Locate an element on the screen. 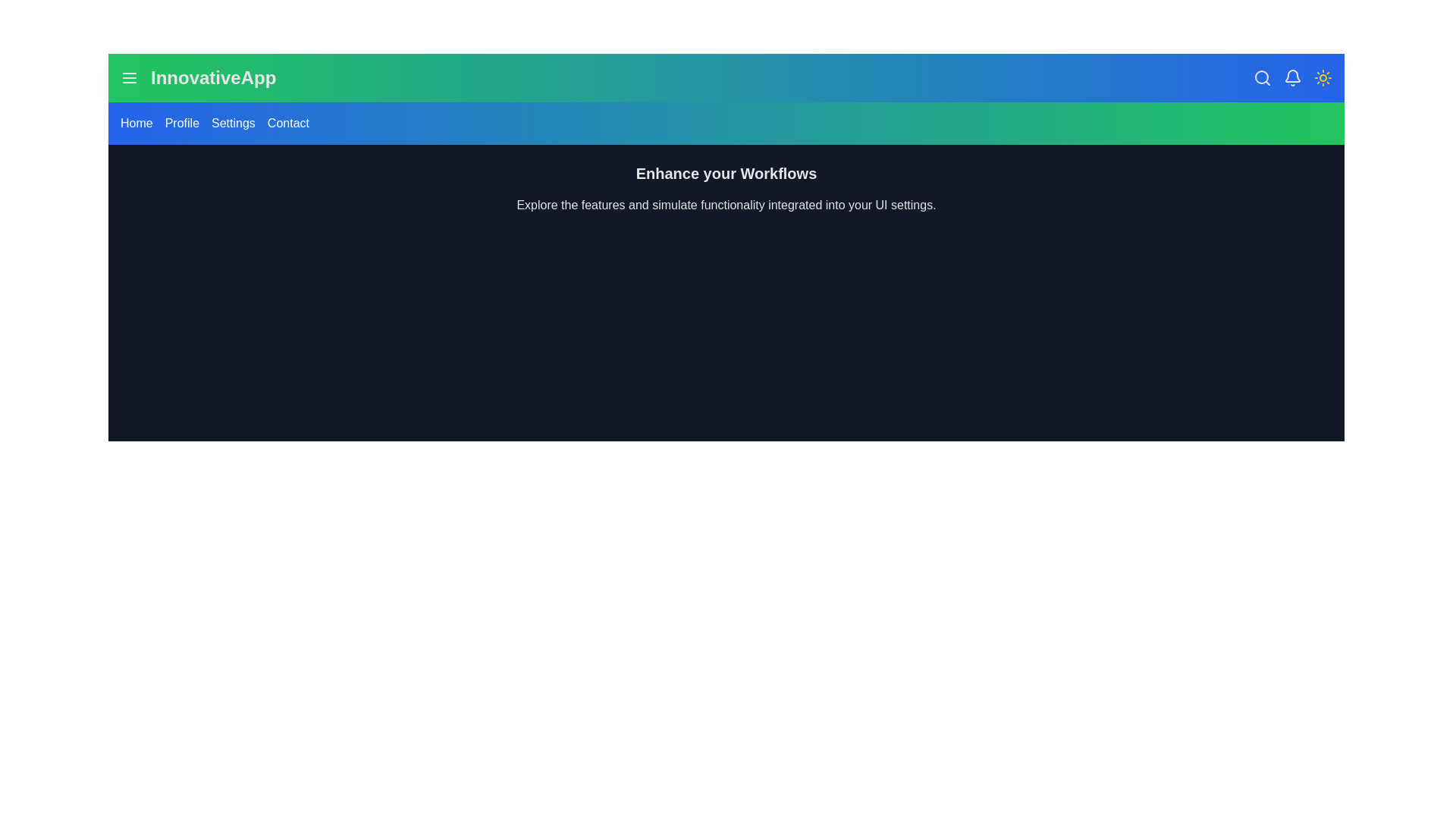 Image resolution: width=1456 pixels, height=819 pixels. the menu toggle button to change the menu's open/close state is located at coordinates (130, 78).